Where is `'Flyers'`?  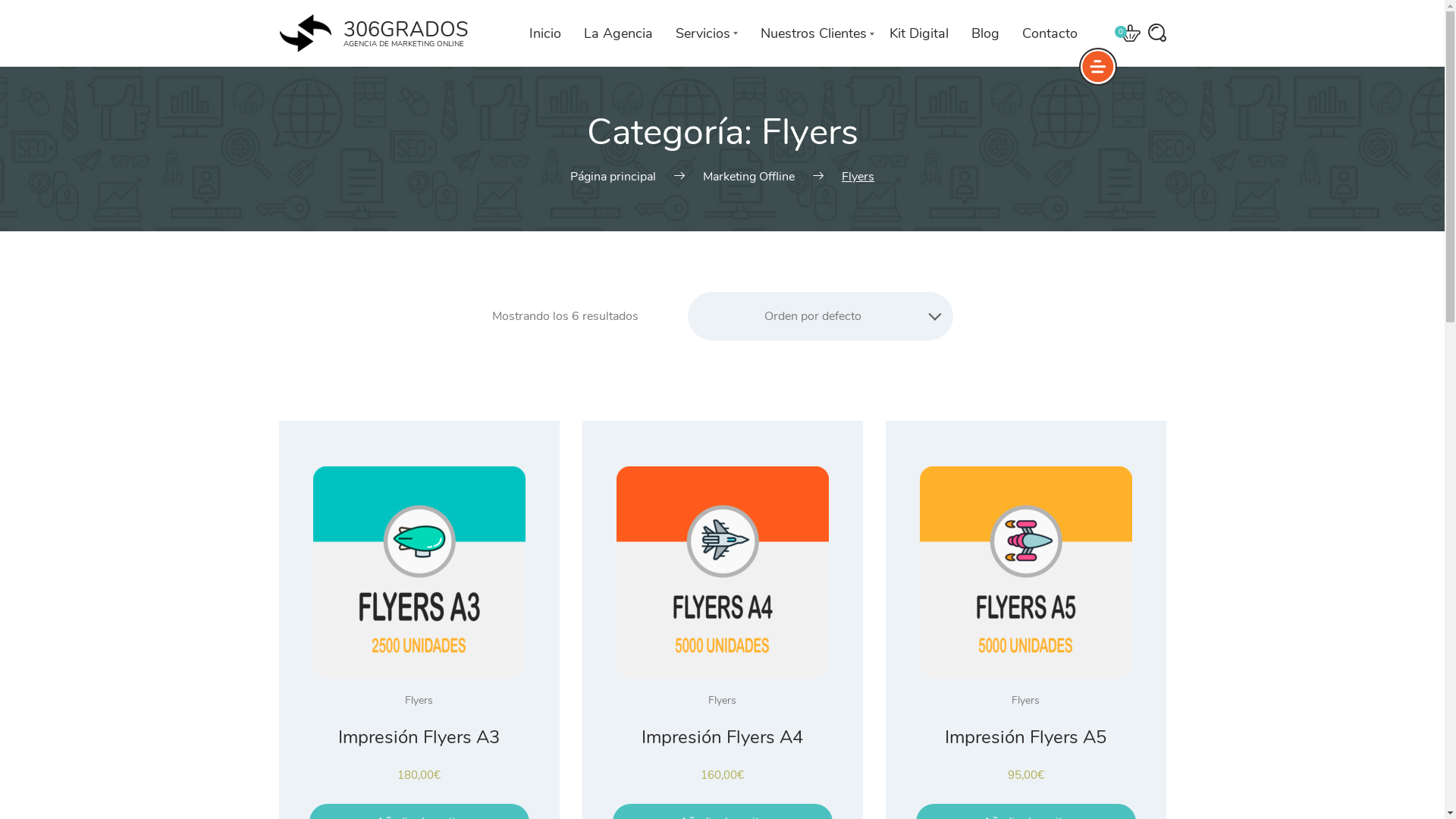 'Flyers' is located at coordinates (1025, 700).